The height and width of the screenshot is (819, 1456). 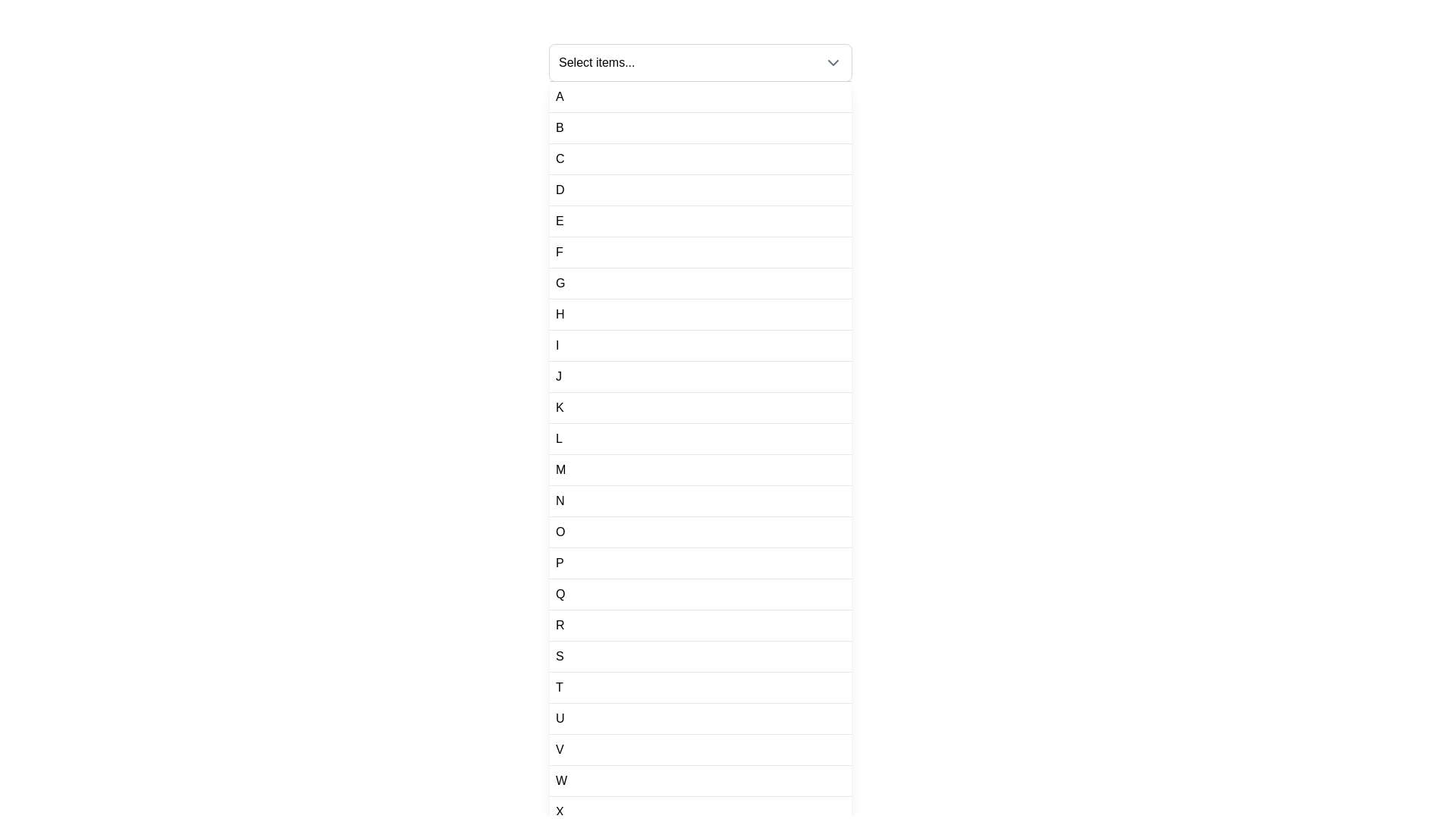 I want to click on the list item containing the letter 'U', so click(x=700, y=718).